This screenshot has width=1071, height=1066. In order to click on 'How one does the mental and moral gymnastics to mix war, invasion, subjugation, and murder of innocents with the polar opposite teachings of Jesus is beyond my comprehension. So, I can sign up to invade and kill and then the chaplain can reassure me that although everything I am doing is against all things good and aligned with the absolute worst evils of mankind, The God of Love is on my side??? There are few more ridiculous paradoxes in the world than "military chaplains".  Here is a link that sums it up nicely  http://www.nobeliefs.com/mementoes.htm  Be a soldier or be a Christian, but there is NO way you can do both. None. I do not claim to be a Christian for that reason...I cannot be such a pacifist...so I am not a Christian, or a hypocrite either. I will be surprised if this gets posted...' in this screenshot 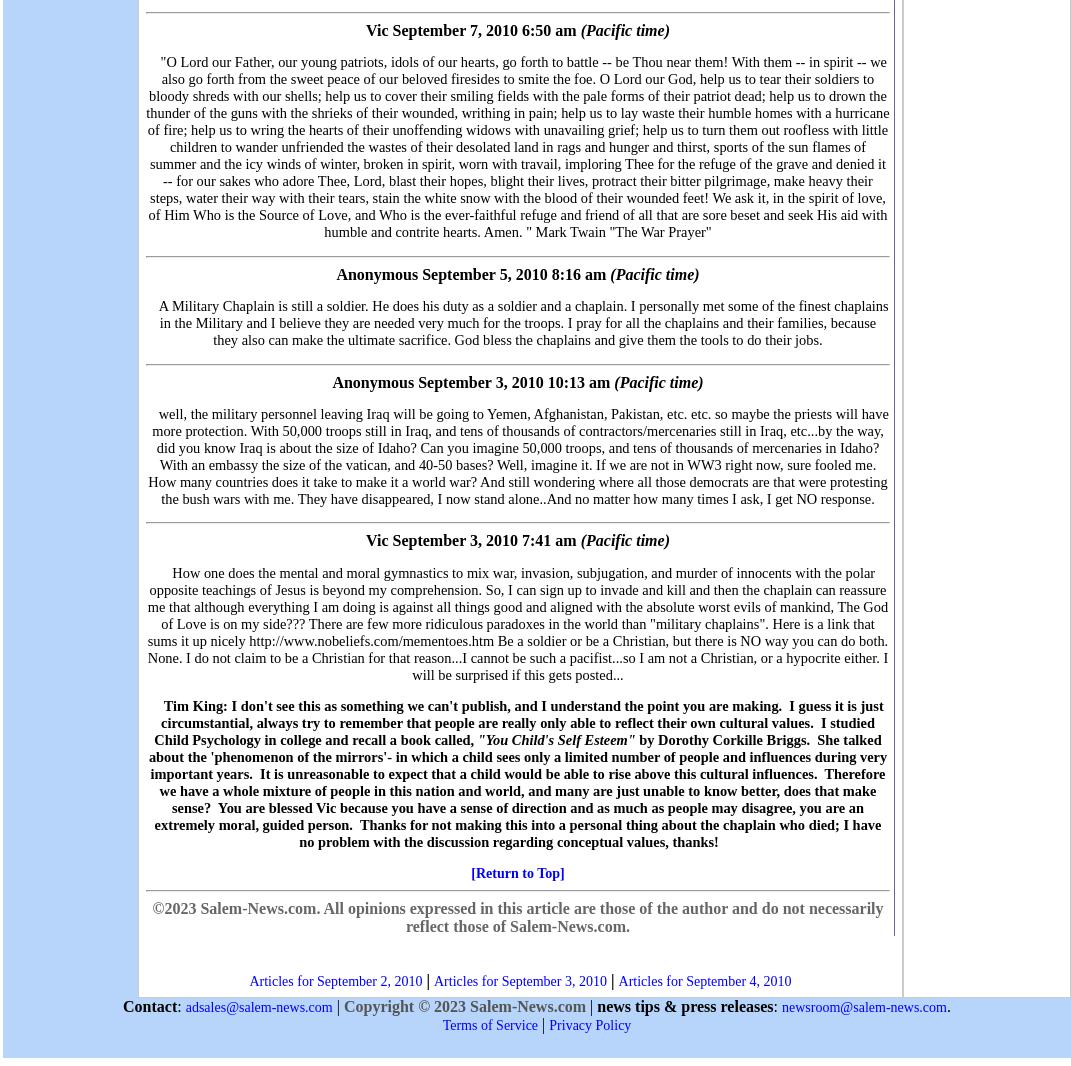, I will do `click(516, 621)`.